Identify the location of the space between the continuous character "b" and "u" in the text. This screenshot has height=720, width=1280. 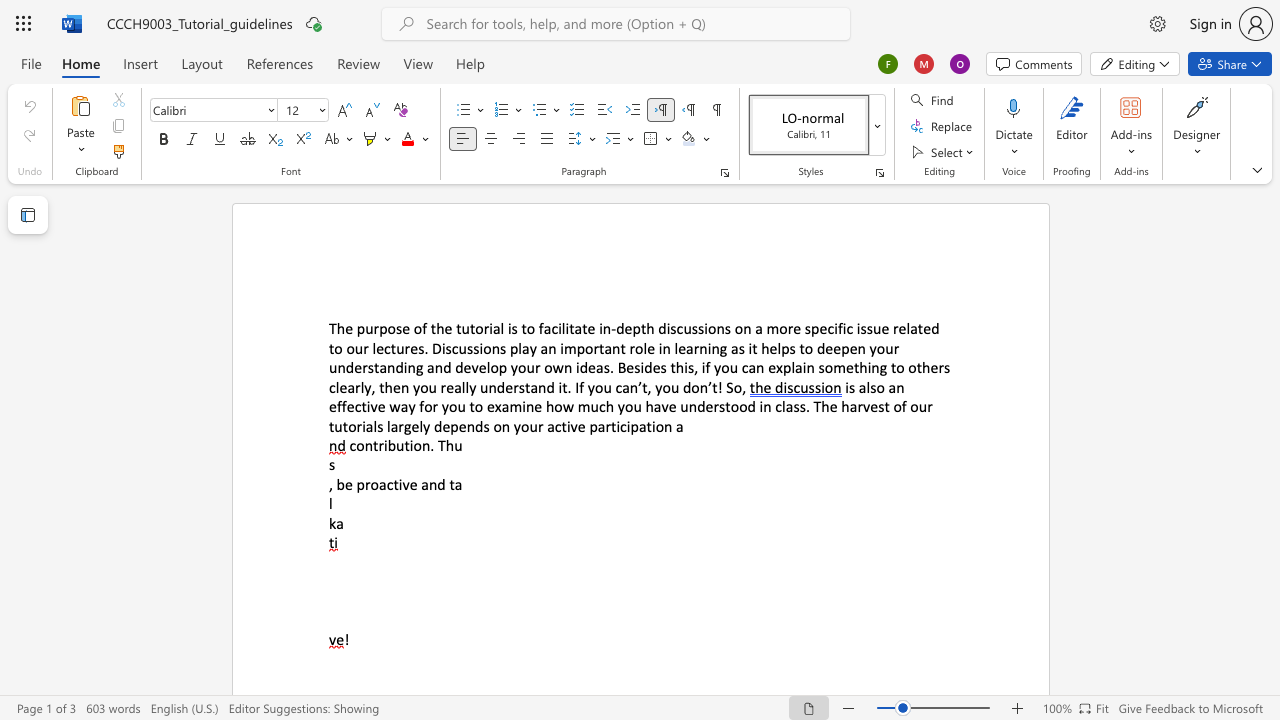
(396, 444).